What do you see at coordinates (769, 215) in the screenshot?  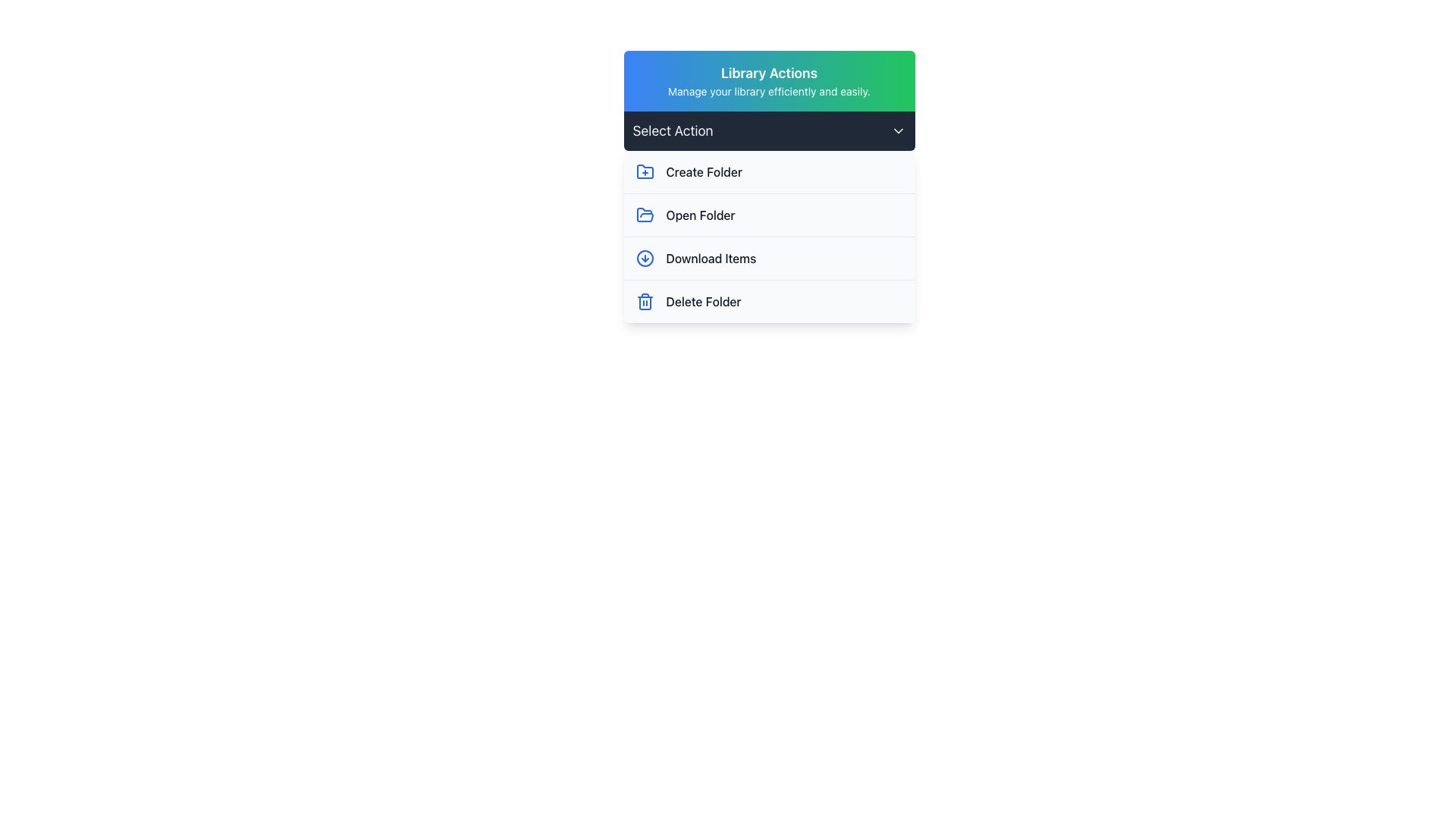 I see `the second item in the vertically stacked menu list, which is an Interactive menu option that opens a folder, located below the 'Create Folder' item and above the 'Download Items' option` at bounding box center [769, 215].